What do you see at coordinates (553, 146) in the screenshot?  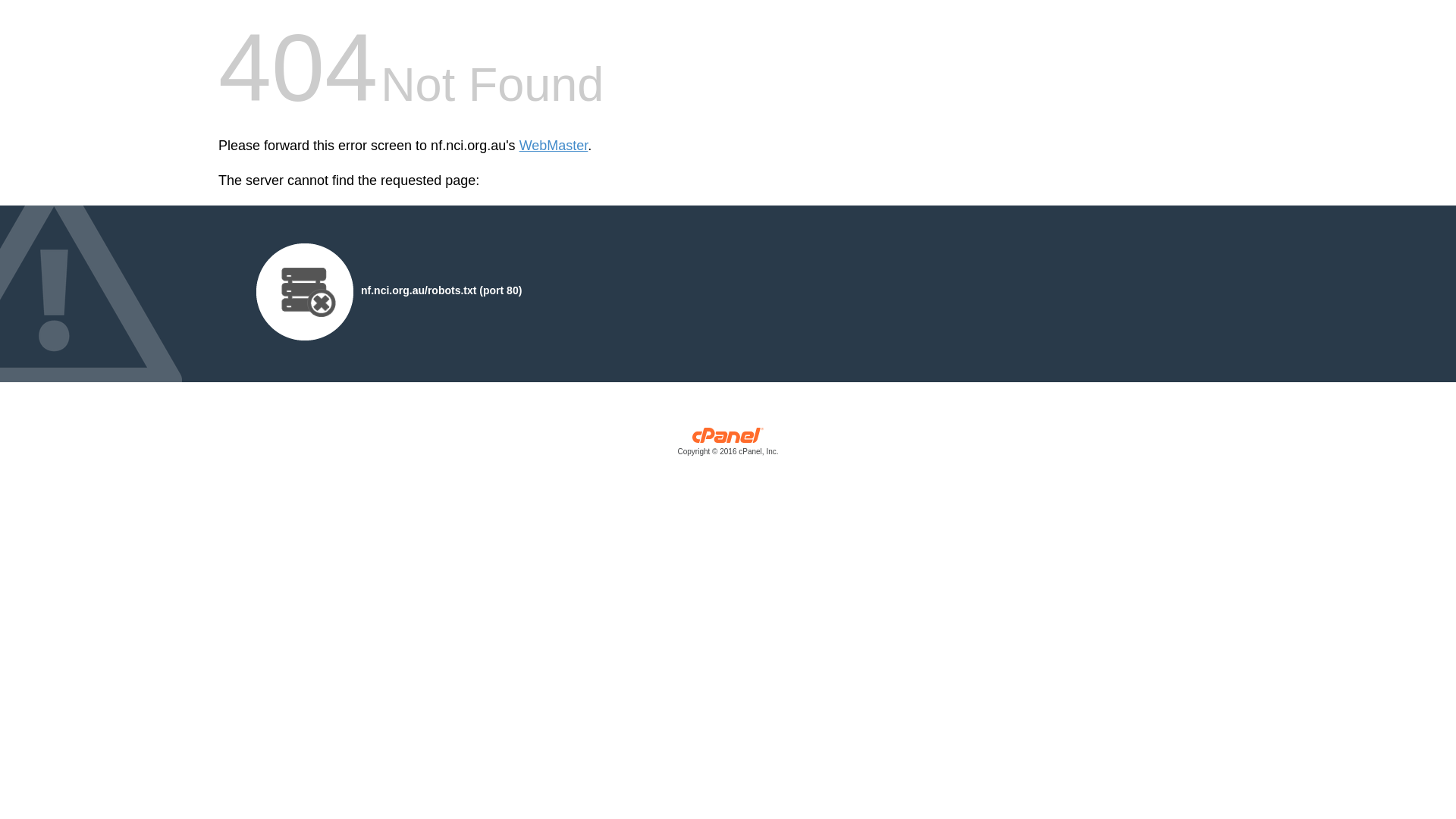 I see `'WebMaster'` at bounding box center [553, 146].